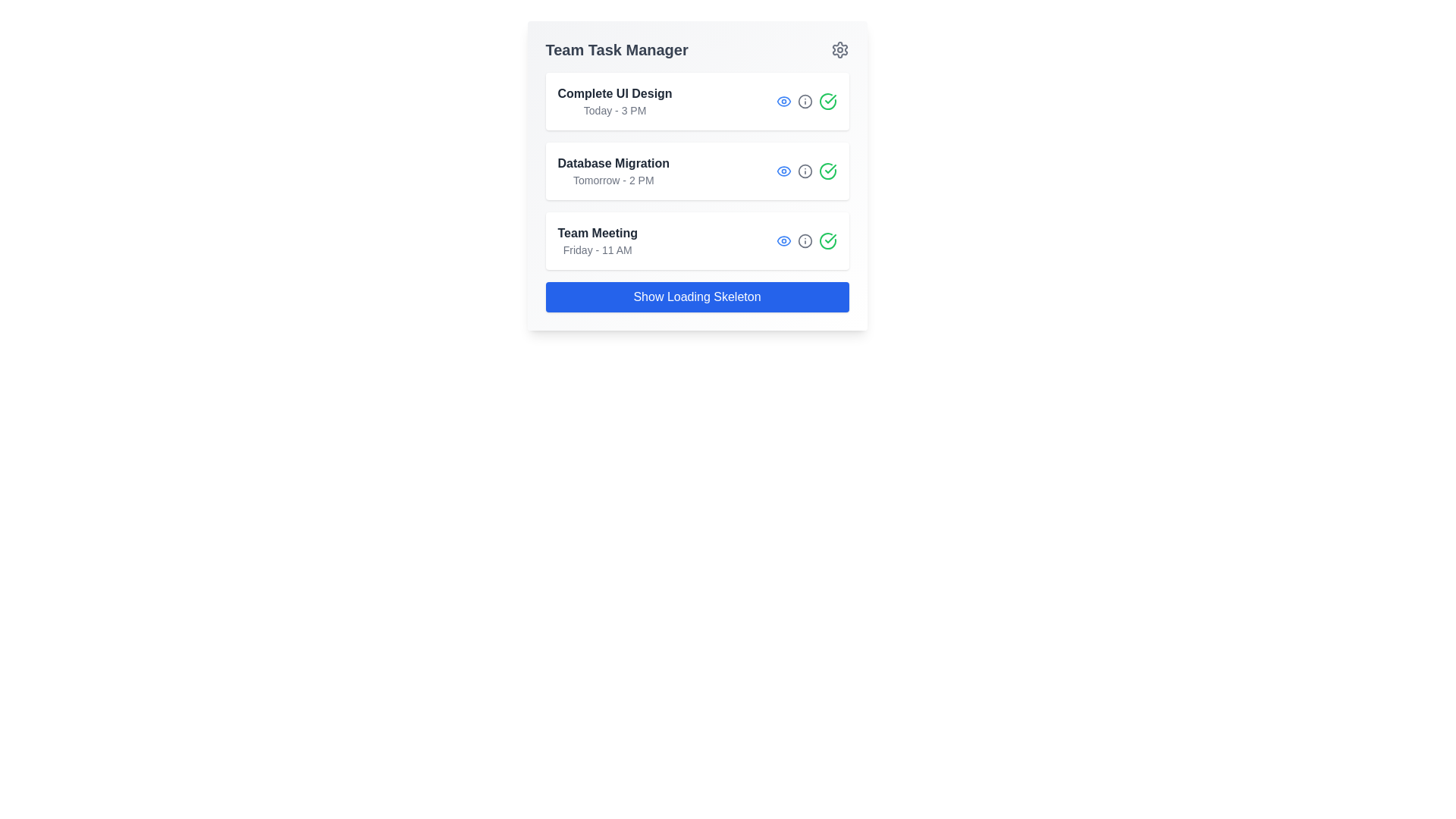 Image resolution: width=1456 pixels, height=819 pixels. I want to click on the green circular icon with a checkmark to mark the 'Database Migration' task as complete, so click(827, 171).